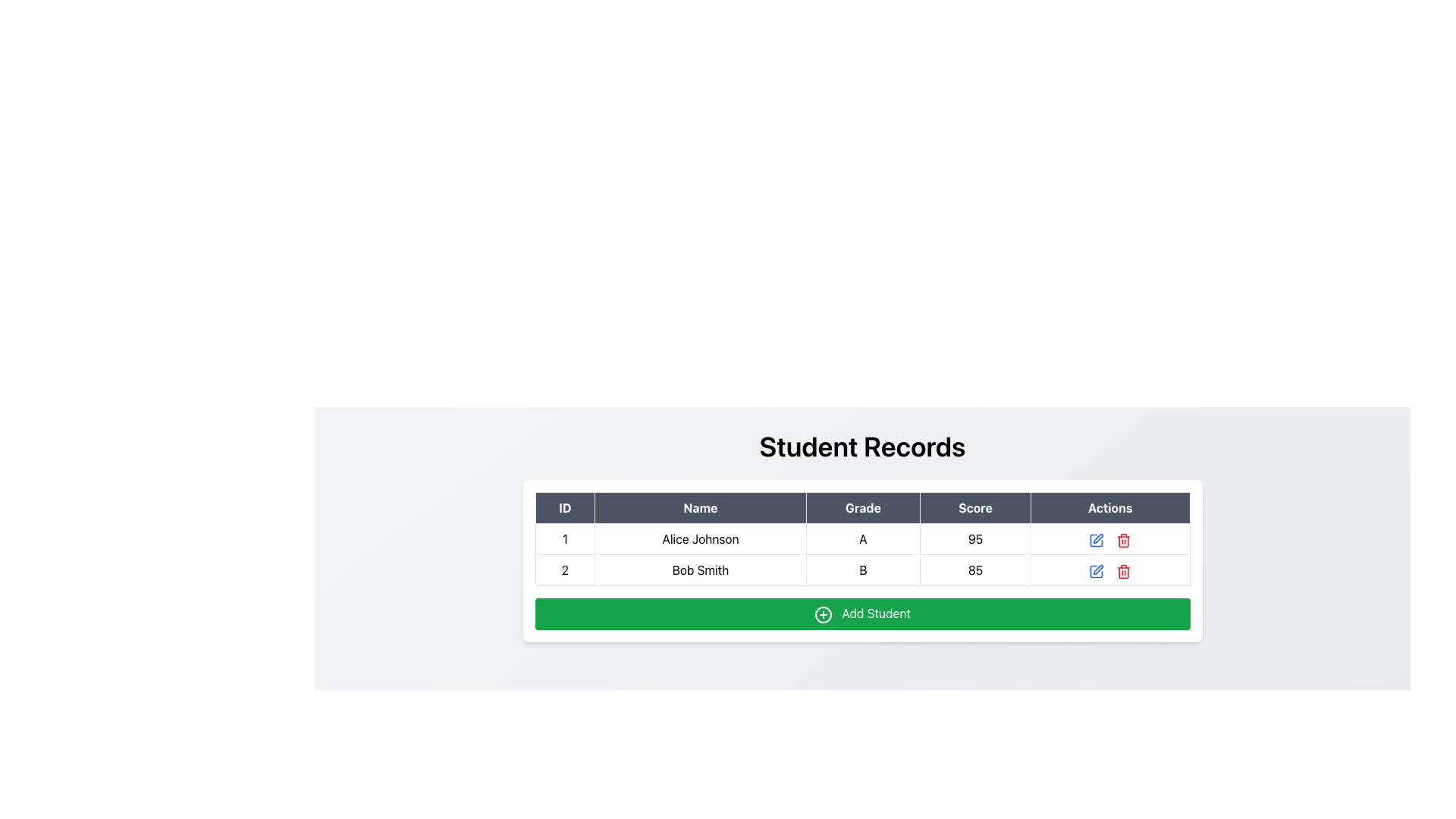 The width and height of the screenshot is (1456, 819). Describe the element at coordinates (699, 538) in the screenshot. I see `the text label displaying 'Alice Johnson' in the 'Name' column of the student records table` at that location.